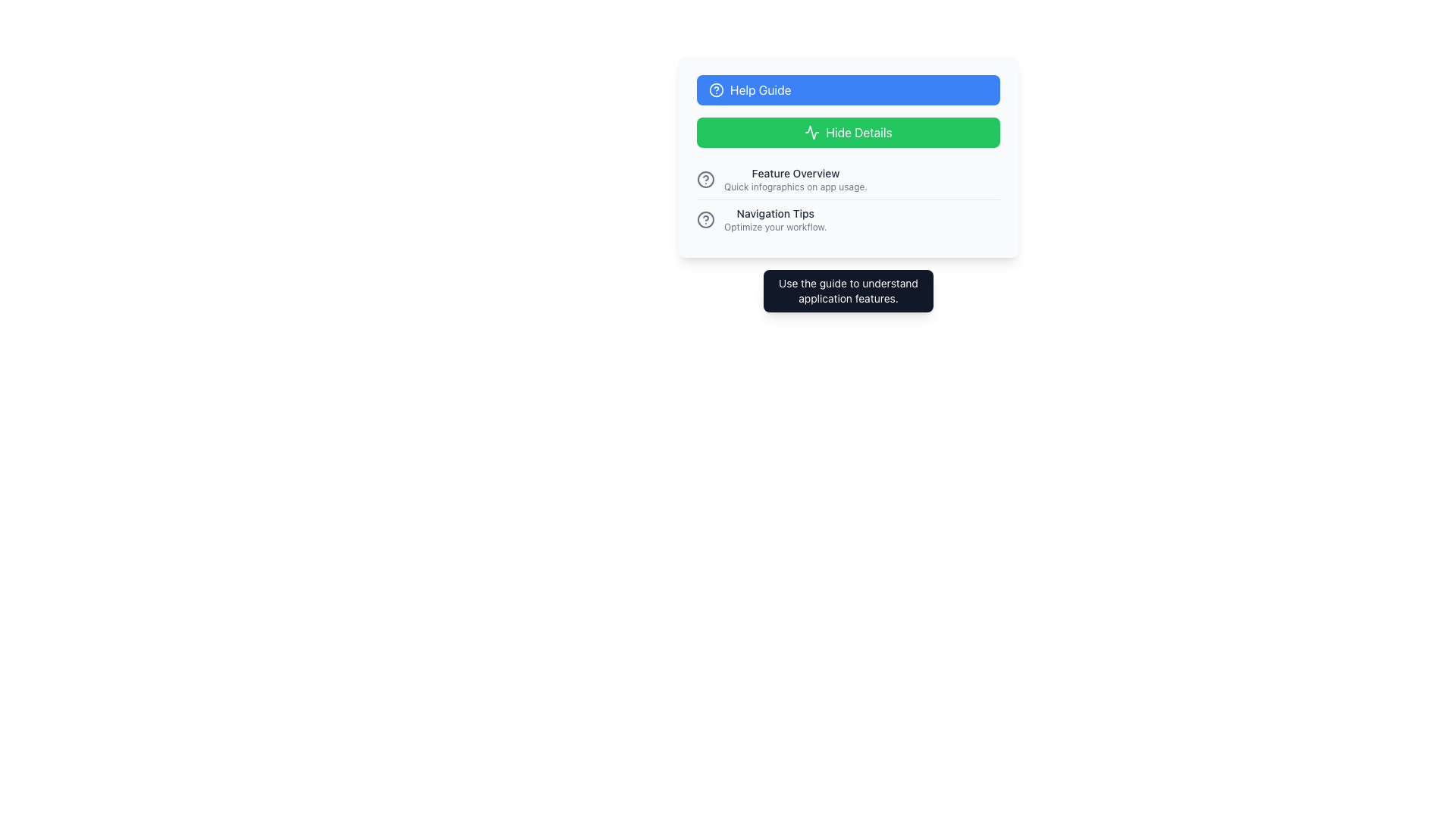 Image resolution: width=1456 pixels, height=819 pixels. Describe the element at coordinates (716, 90) in the screenshot. I see `the circular help icon with a blue background and white stroke located within the 'Help Guide' button, positioned at the top of the vertically stacked list of actionable elements` at that location.